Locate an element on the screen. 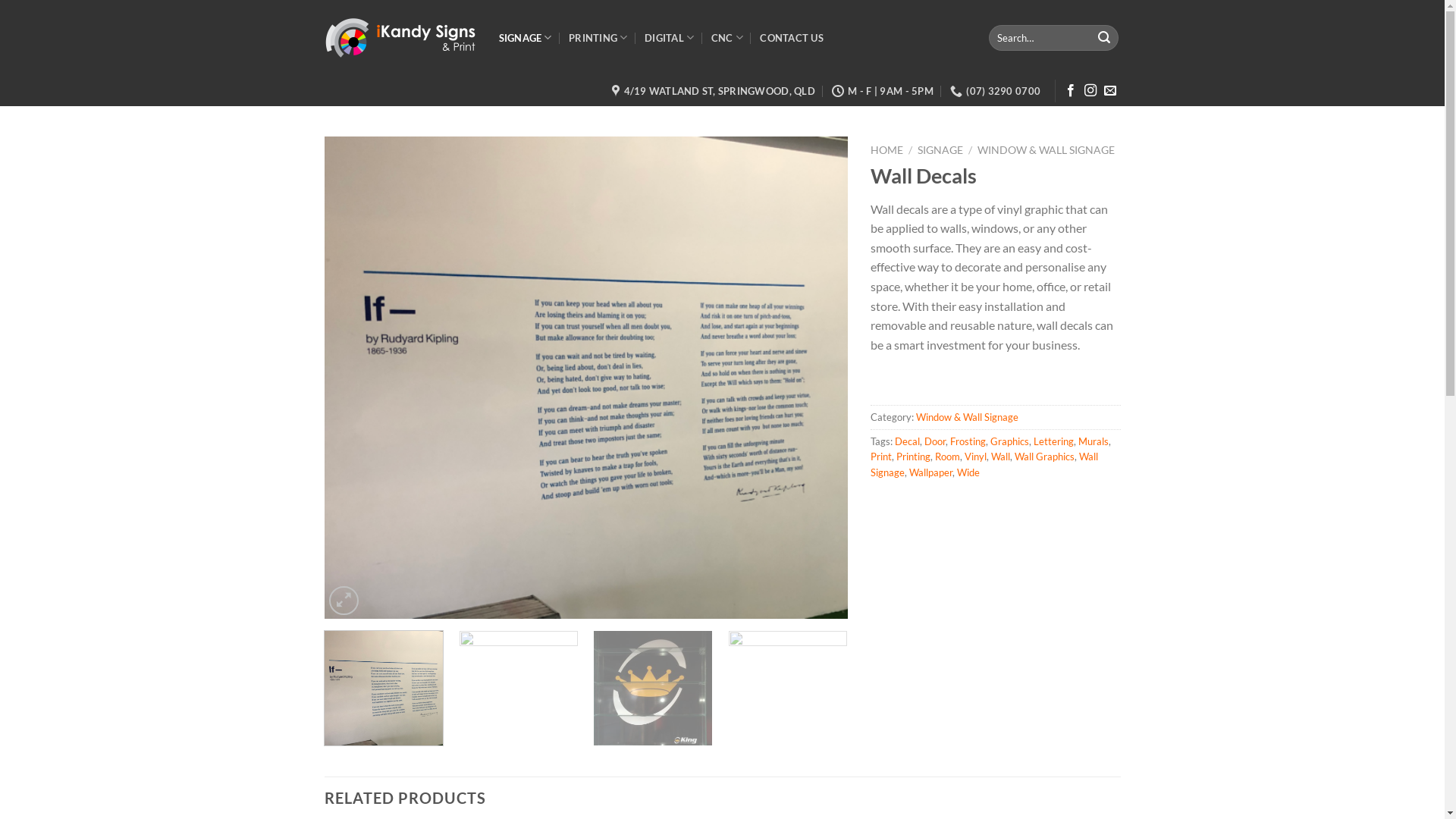 Image resolution: width=1456 pixels, height=819 pixels. 'HOME' is located at coordinates (886, 149).